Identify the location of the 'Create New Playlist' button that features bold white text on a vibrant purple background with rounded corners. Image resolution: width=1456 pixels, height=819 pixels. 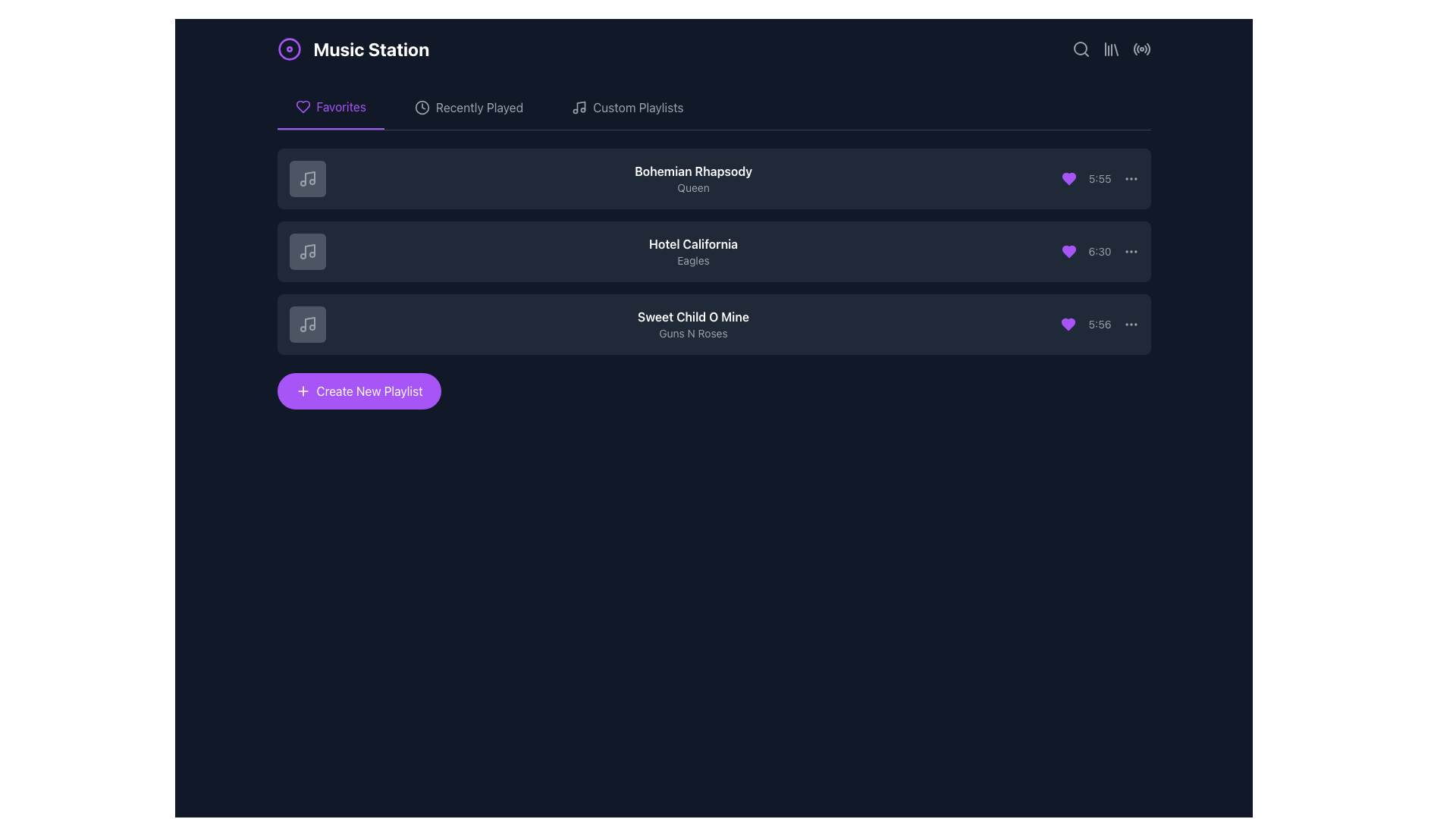
(369, 391).